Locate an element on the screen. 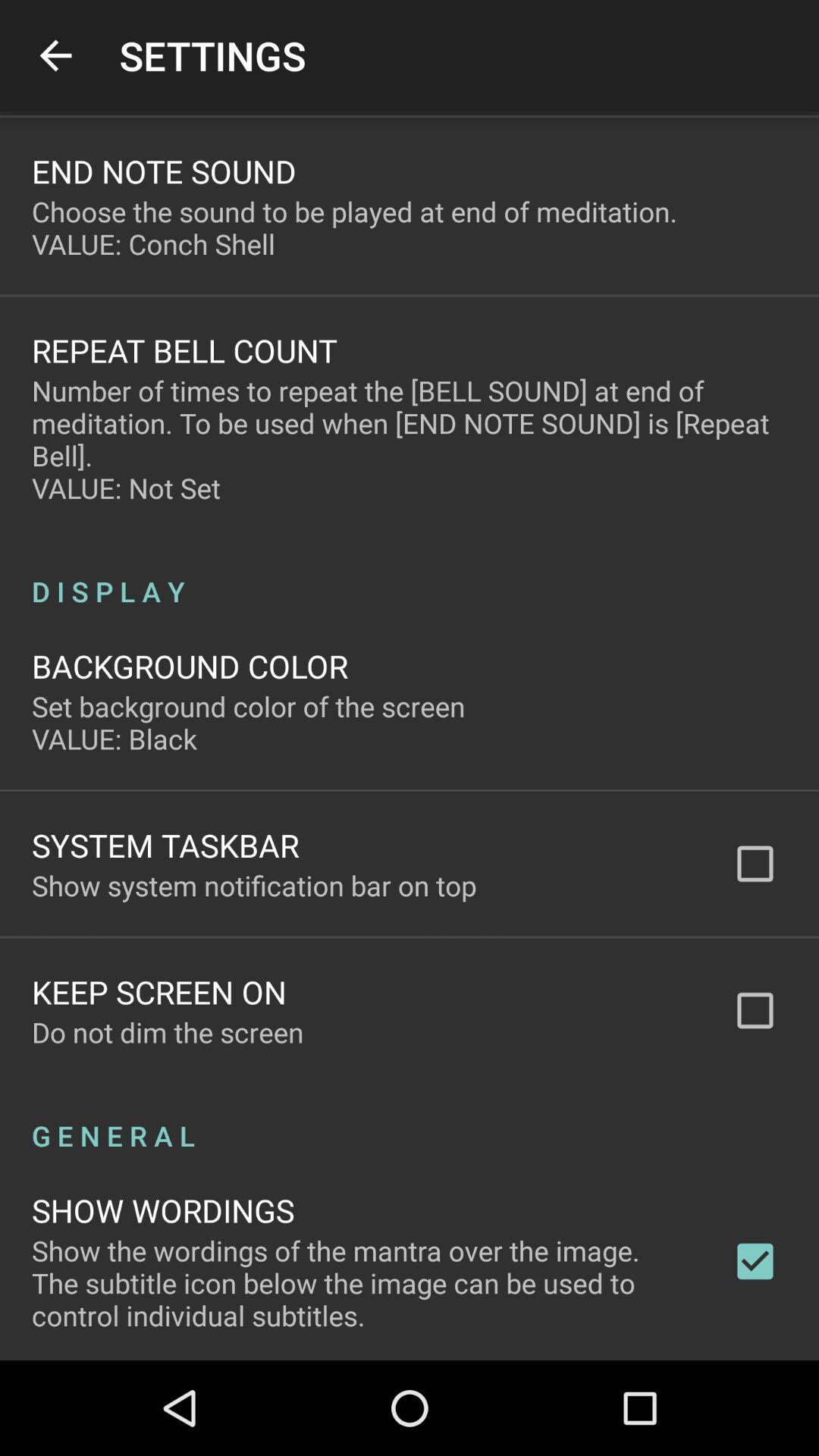 The image size is (819, 1456). app to the left of settings is located at coordinates (55, 55).